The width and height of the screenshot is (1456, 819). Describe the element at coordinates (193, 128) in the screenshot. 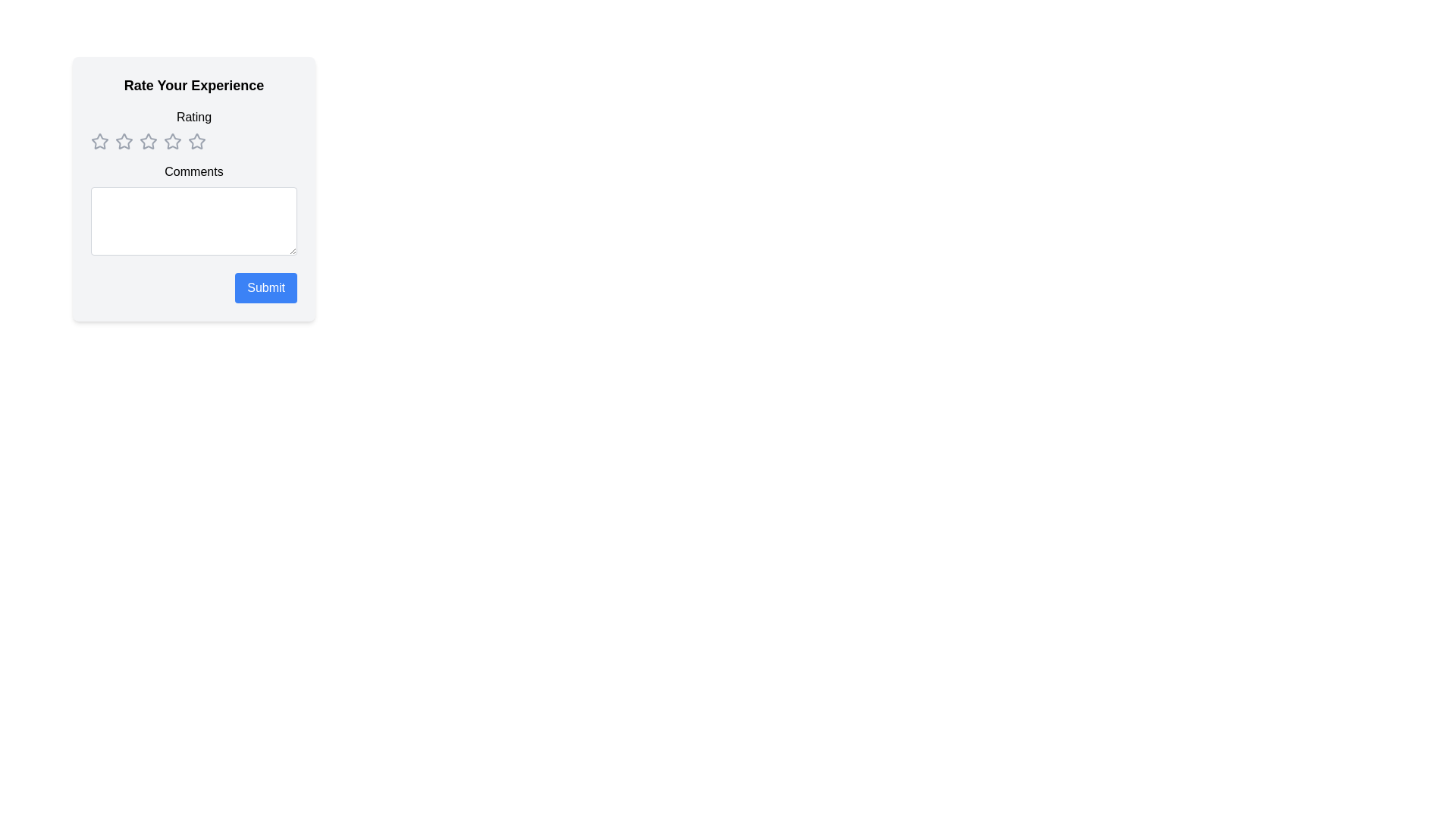

I see `one of the stars in the rating component located below the main heading of the form, which is the first section before the 'Comments' section` at that location.